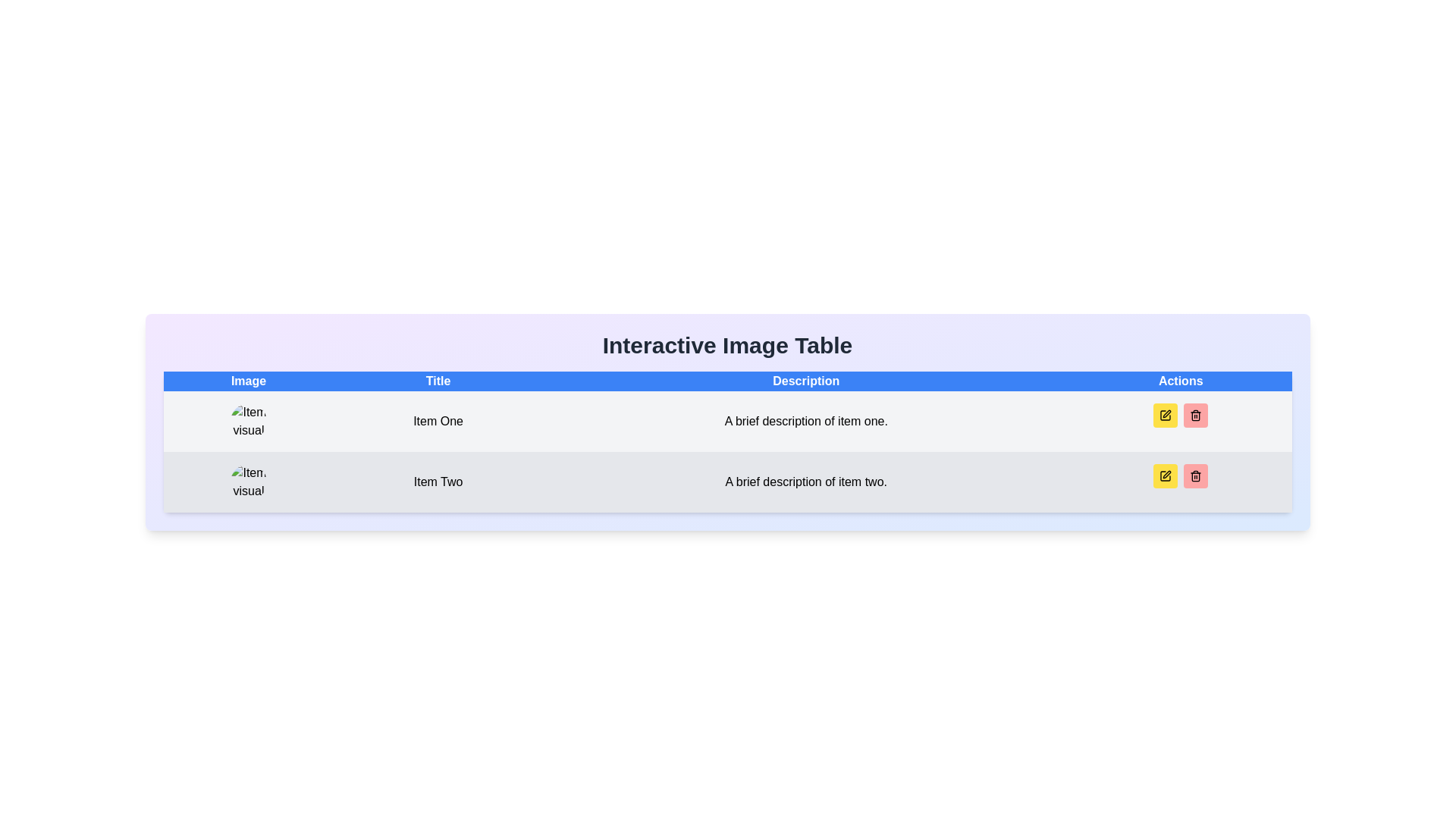  Describe the element at coordinates (726, 345) in the screenshot. I see `header text labeled 'Interactive Image Table', which is a bold, large black font aligned centrally at the top of the section` at that location.